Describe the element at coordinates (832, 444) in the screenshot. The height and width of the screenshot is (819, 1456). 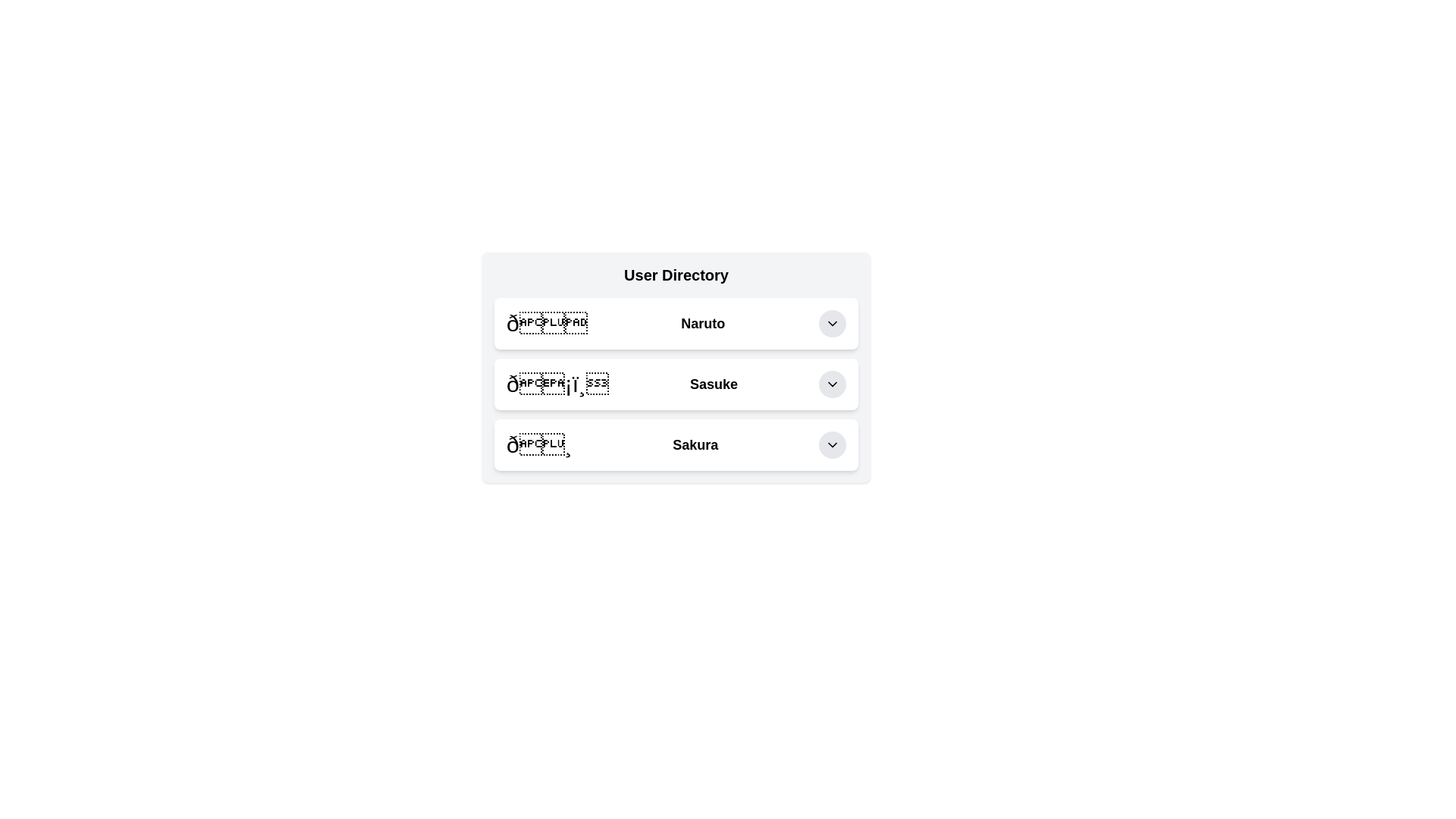
I see `the toggle or dropdown button icon located to the right of the 'Sakura' label in the third row of the User Directory section` at that location.